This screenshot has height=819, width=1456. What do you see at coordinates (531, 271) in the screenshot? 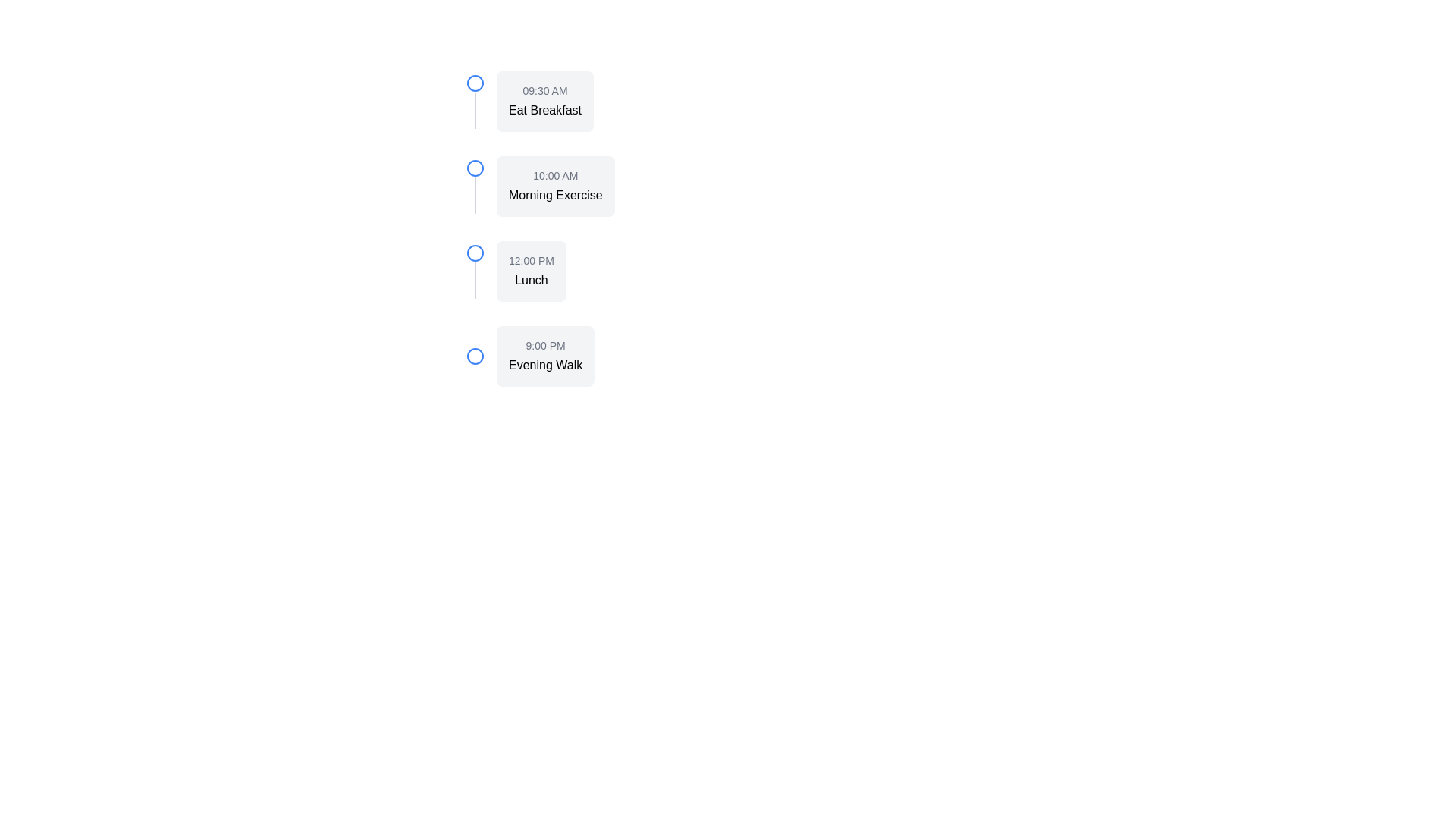
I see `the static display component that shows the 'Lunch' event scheduled at '12:00 PM', which is the third entry in the vertical timeline` at bounding box center [531, 271].